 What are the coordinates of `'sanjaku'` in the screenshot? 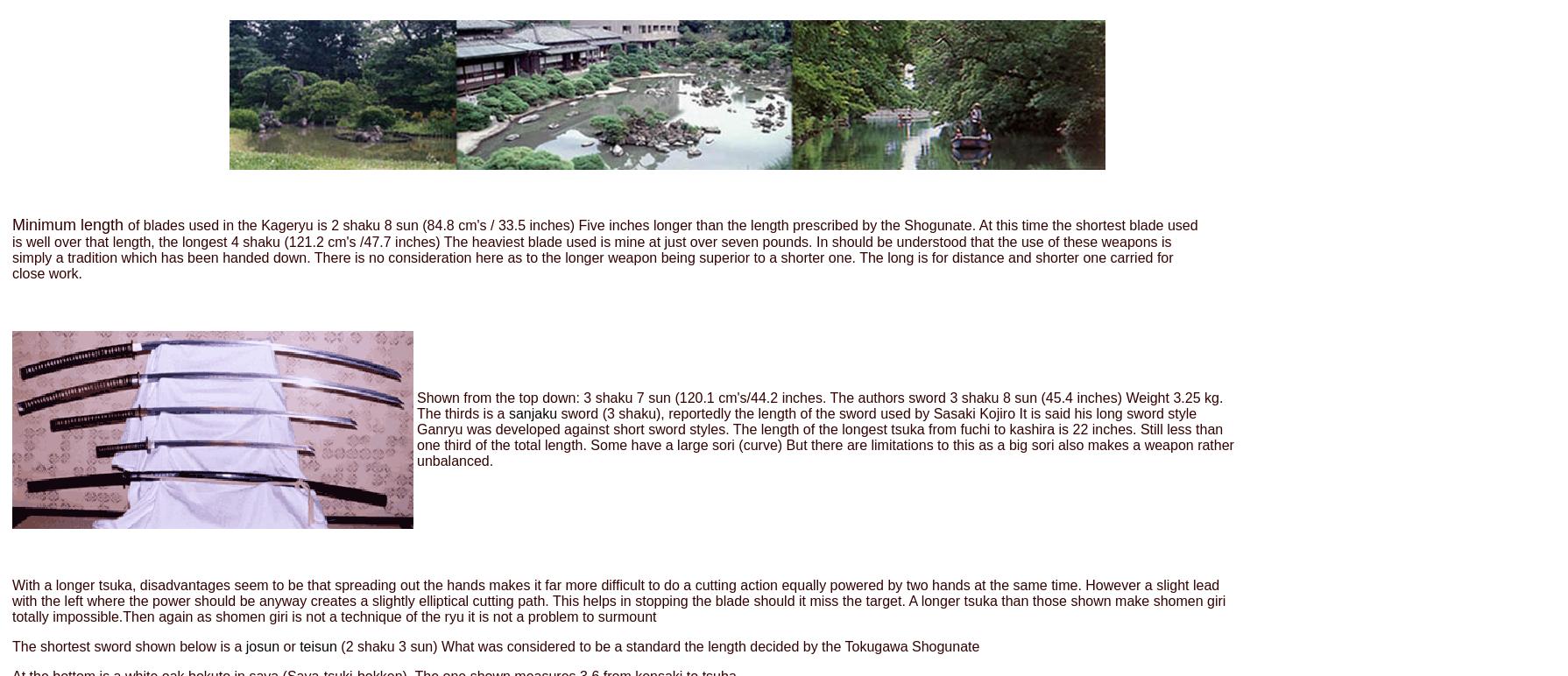 It's located at (532, 412).